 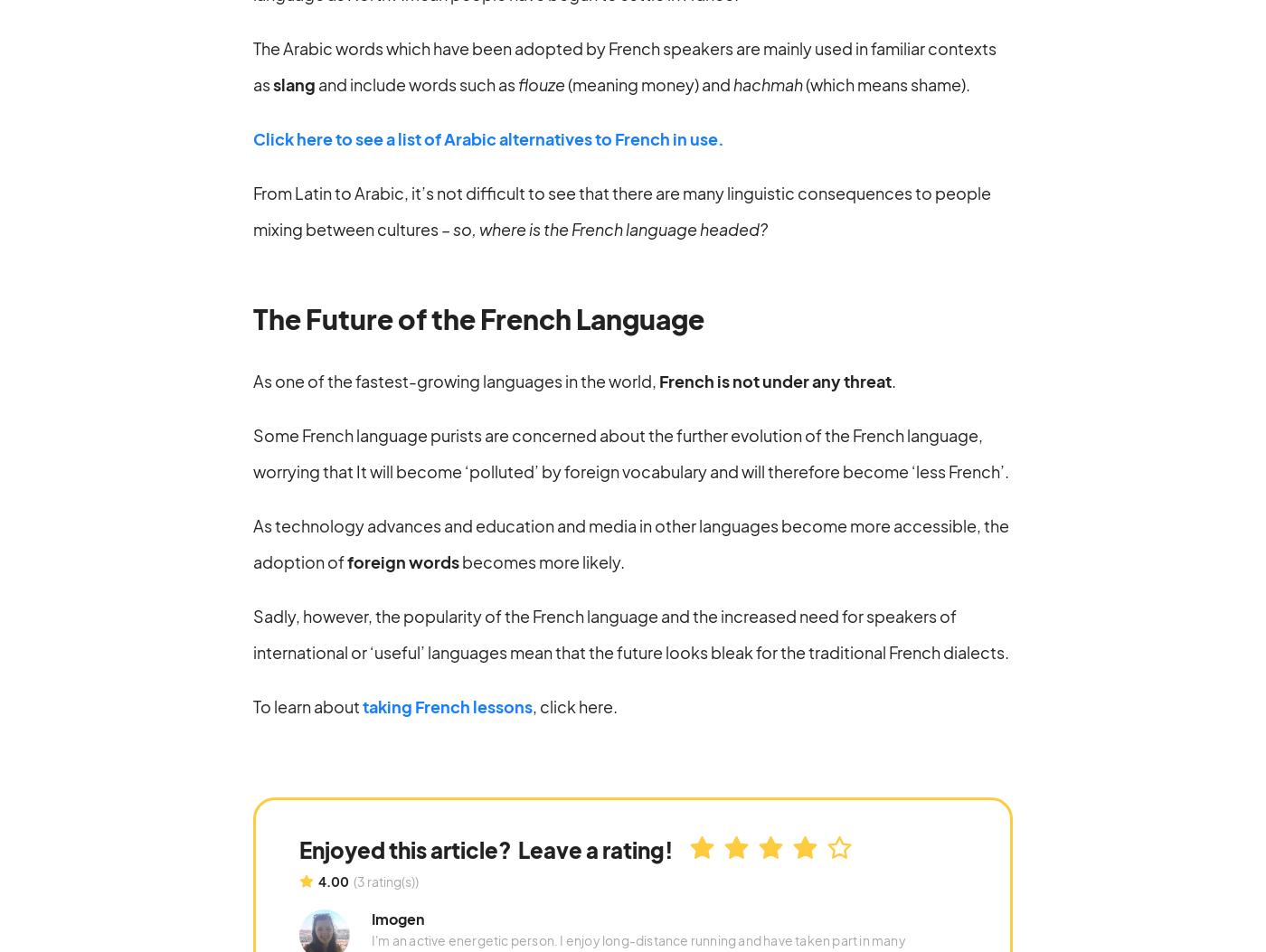 I want to click on 'Leave a rating!', so click(x=595, y=847).